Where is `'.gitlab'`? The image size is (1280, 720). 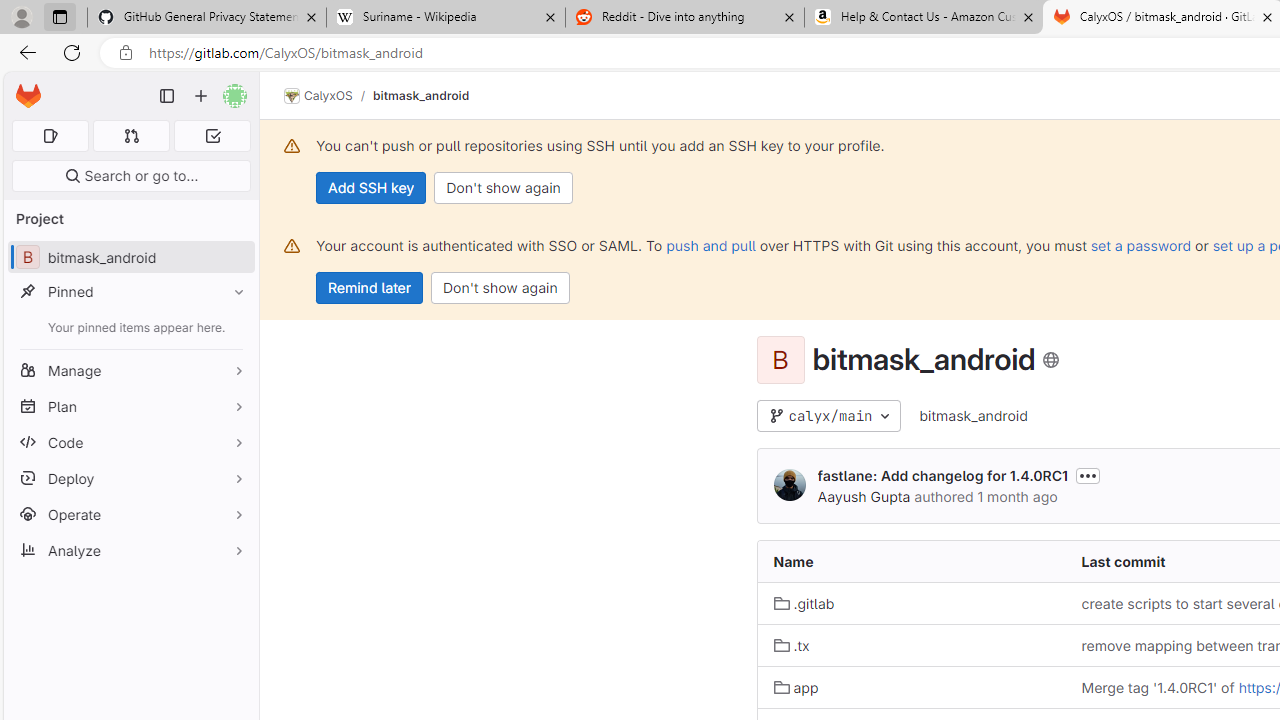
'.gitlab' is located at coordinates (803, 602).